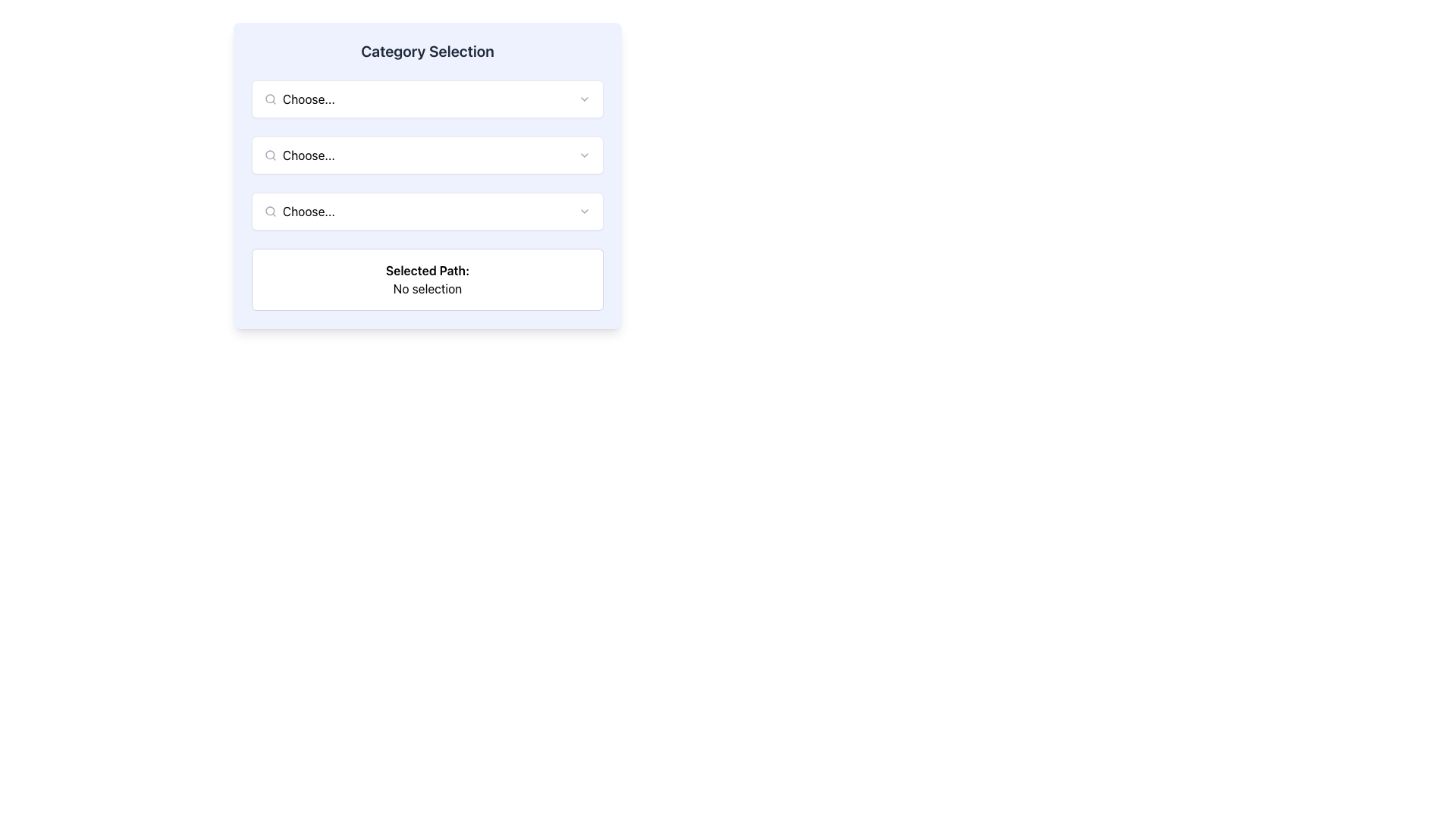  I want to click on the magnifying glass icon styled in gray with rounded edges, located on the left side of the second dropdown field labeled 'Choose...', so click(270, 155).